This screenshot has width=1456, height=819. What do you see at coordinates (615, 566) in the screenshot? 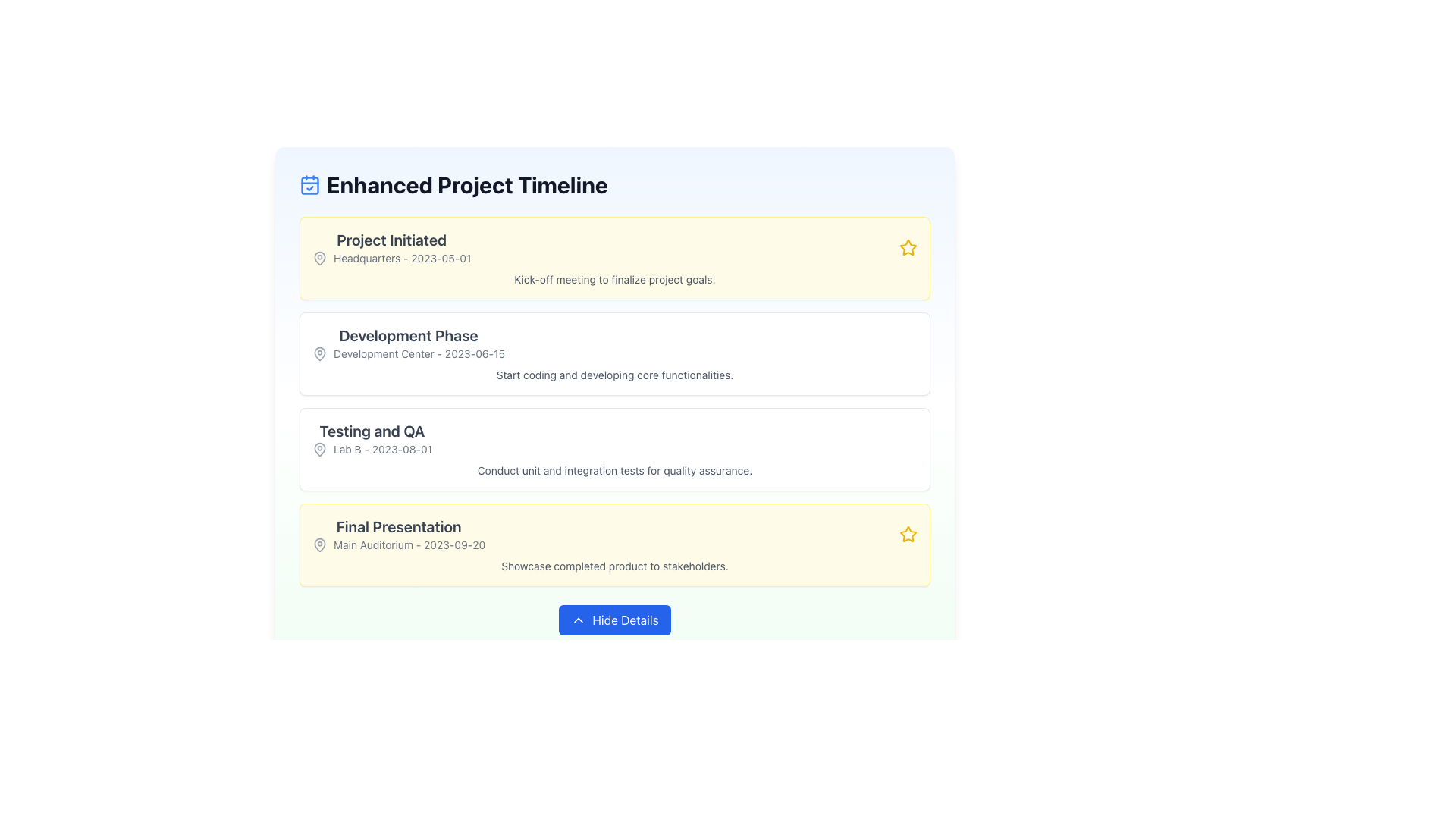
I see `the single-line gray text element located below 'Main Auditorium - 2023-09-20' in the 'Final Presentation' section` at bounding box center [615, 566].